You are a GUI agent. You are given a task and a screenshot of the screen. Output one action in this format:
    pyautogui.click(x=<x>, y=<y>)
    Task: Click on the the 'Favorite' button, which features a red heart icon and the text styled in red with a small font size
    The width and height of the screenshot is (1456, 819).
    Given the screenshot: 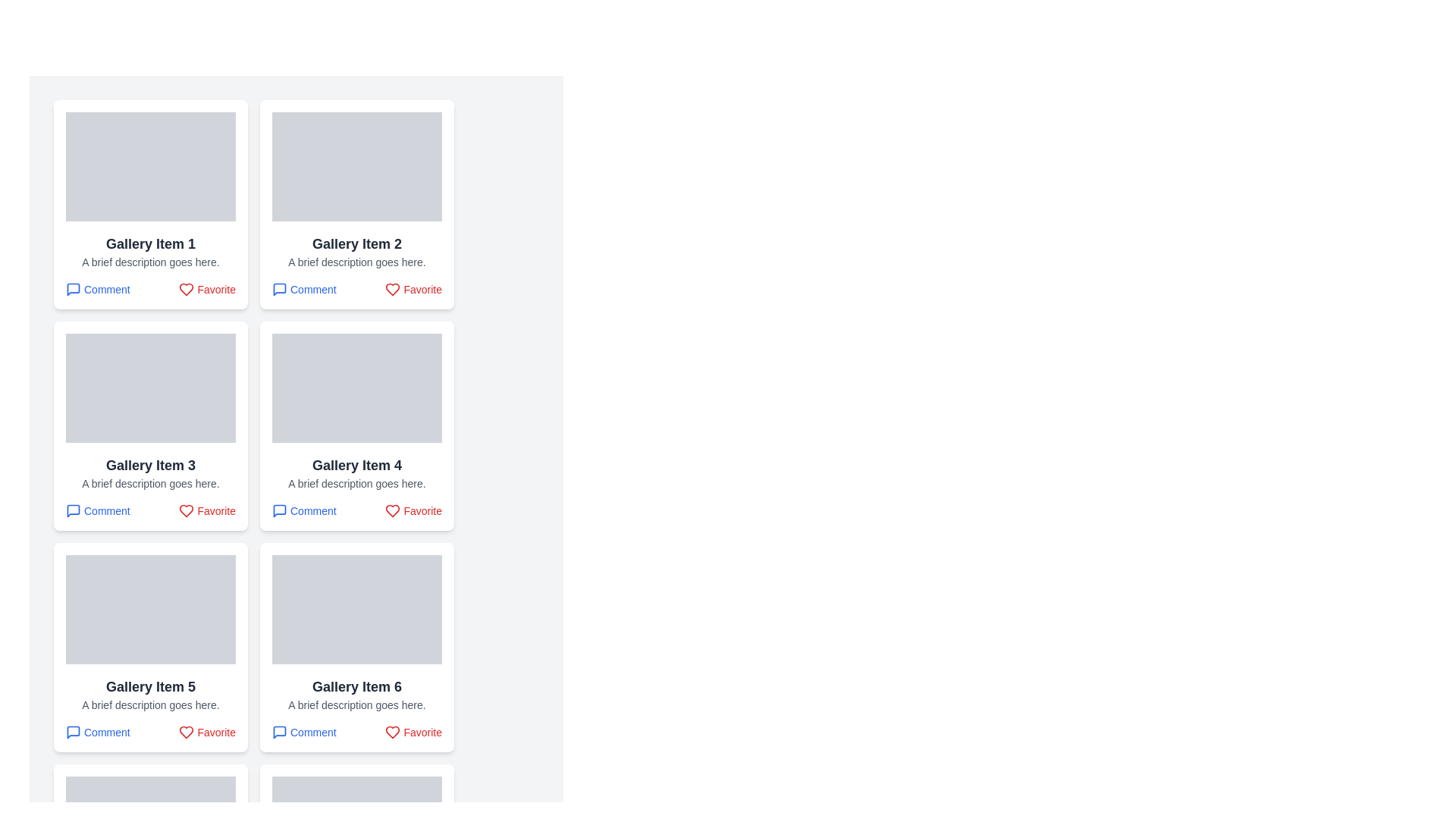 What is the action you would take?
    pyautogui.click(x=413, y=511)
    